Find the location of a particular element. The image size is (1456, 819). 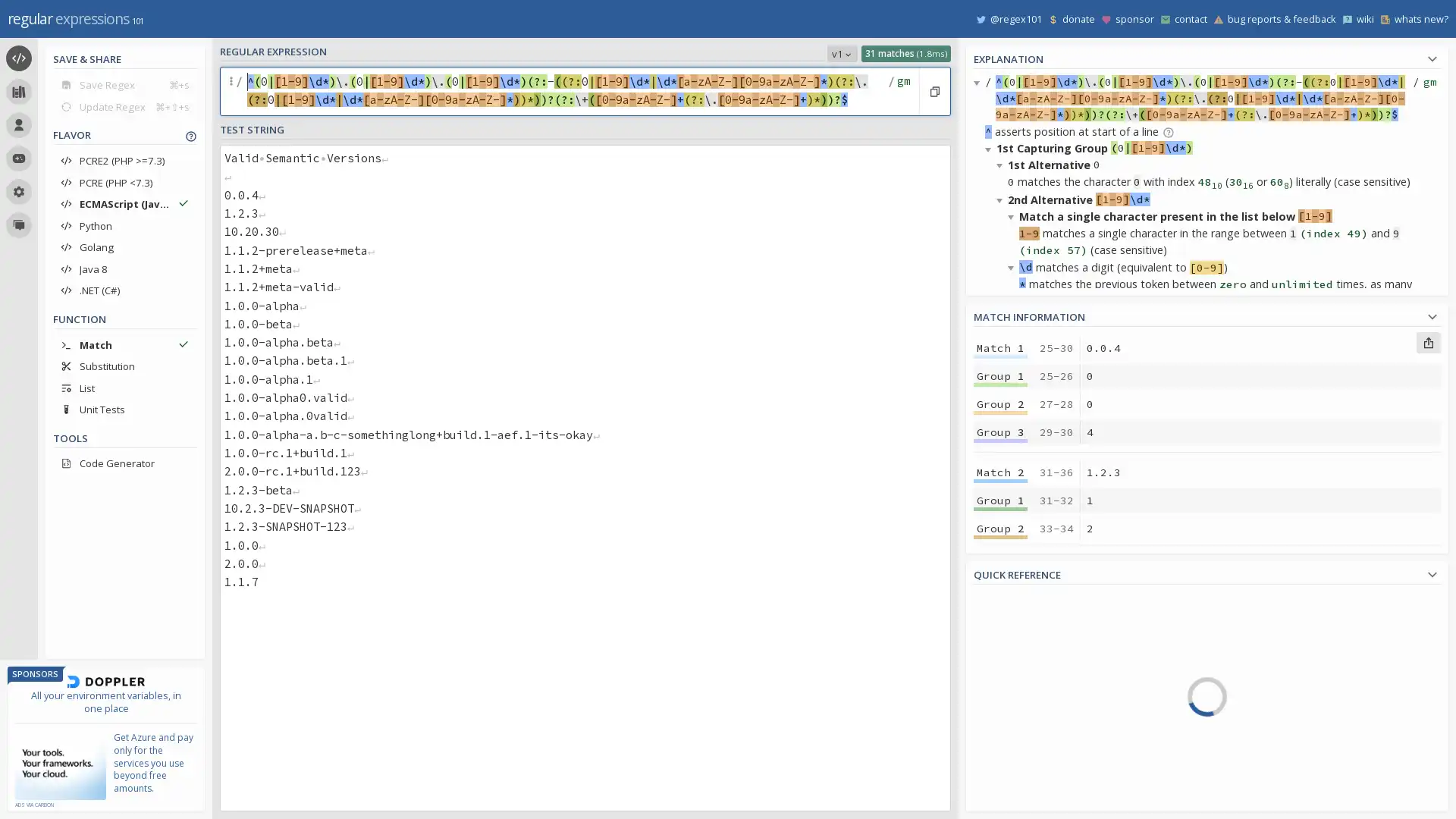

All Tokens is located at coordinates (1044, 629).